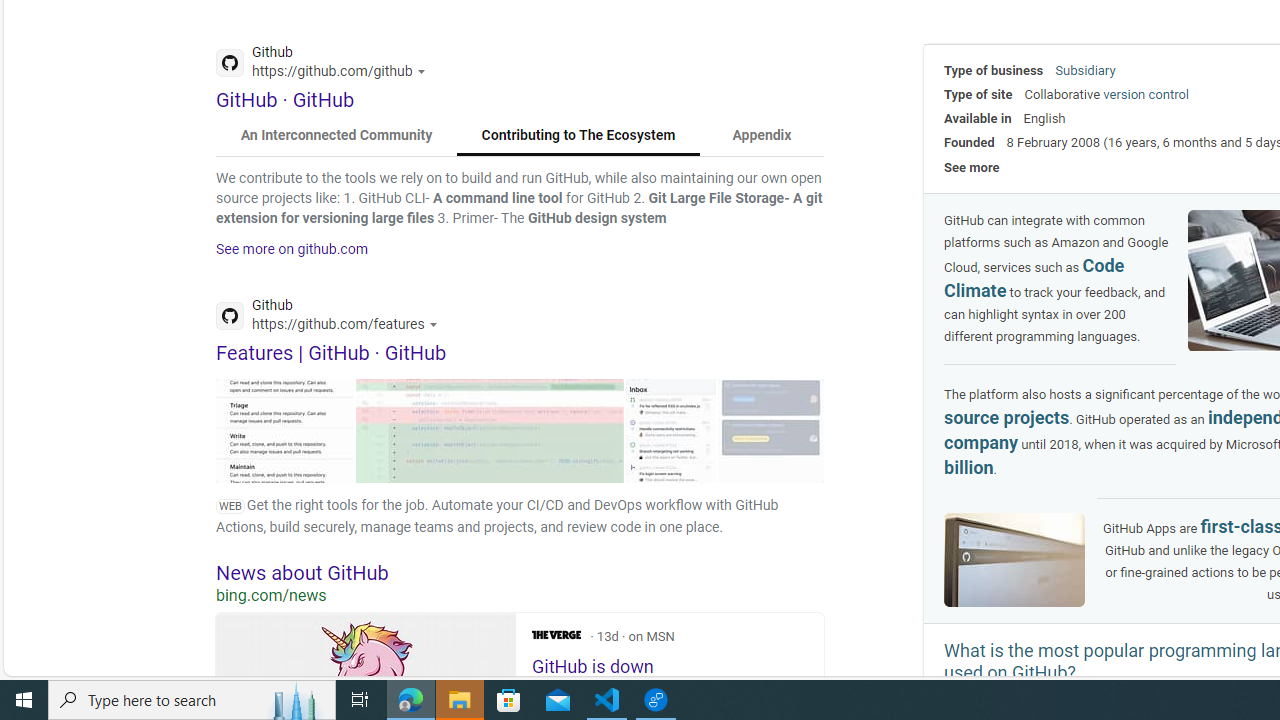 Image resolution: width=1280 pixels, height=720 pixels. Describe the element at coordinates (337, 135) in the screenshot. I see `'An Interconnected Community'` at that location.